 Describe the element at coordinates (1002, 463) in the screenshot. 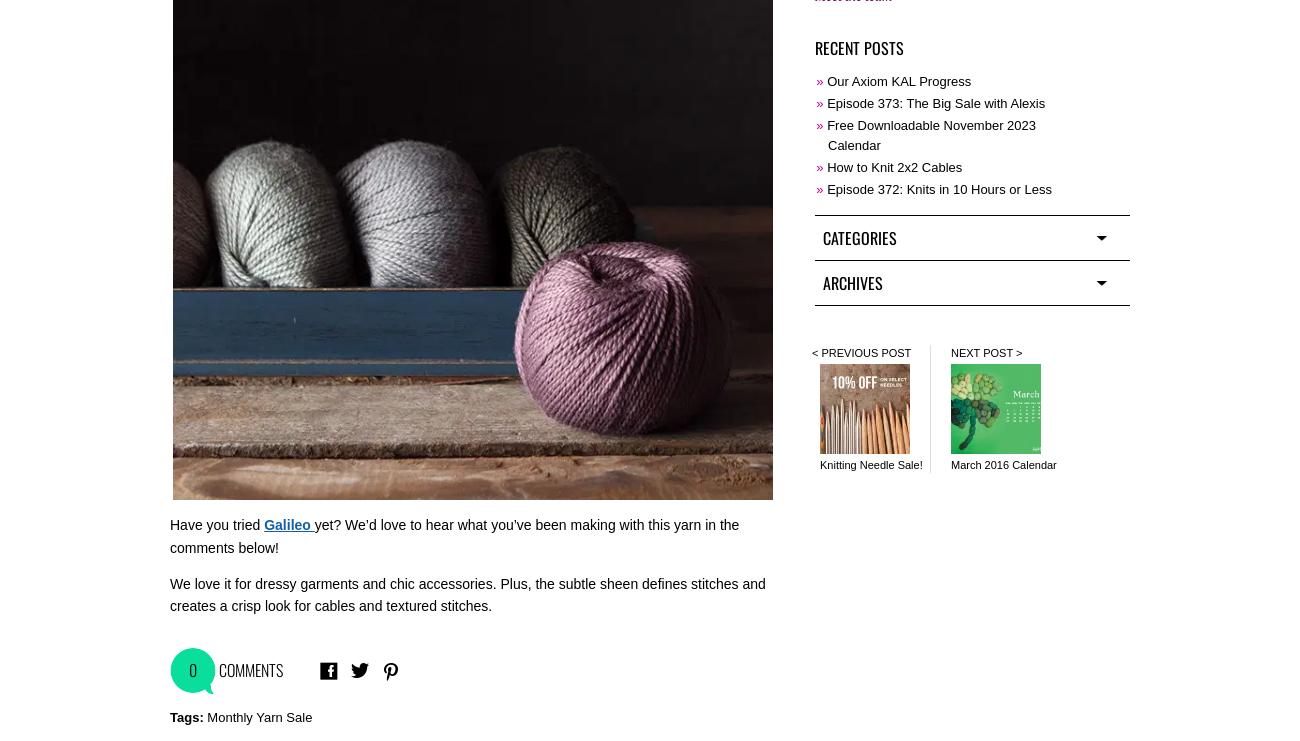

I see `'March 2016 Calendar'` at that location.